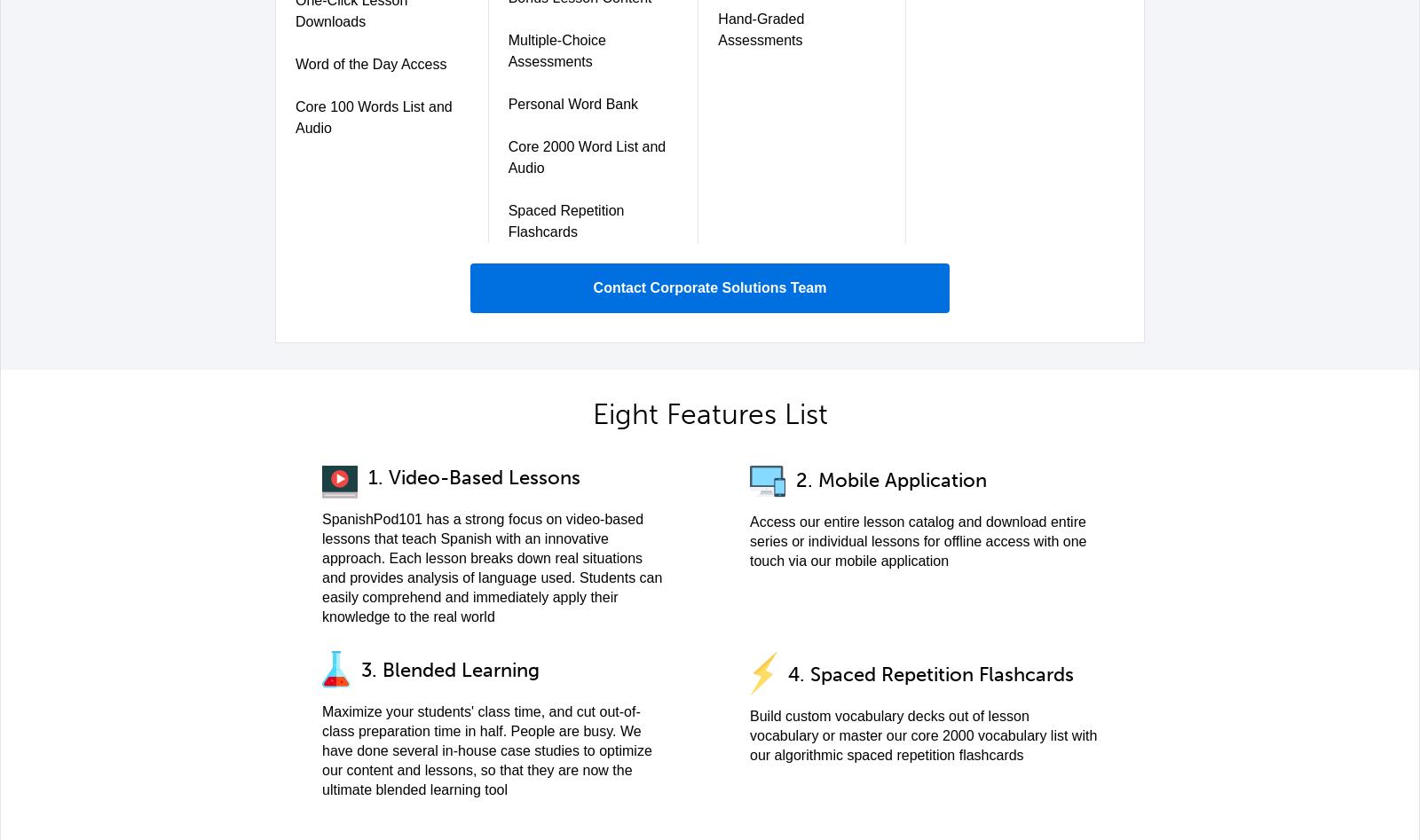 Image resolution: width=1420 pixels, height=840 pixels. I want to click on '3. Blended Learning', so click(449, 669).